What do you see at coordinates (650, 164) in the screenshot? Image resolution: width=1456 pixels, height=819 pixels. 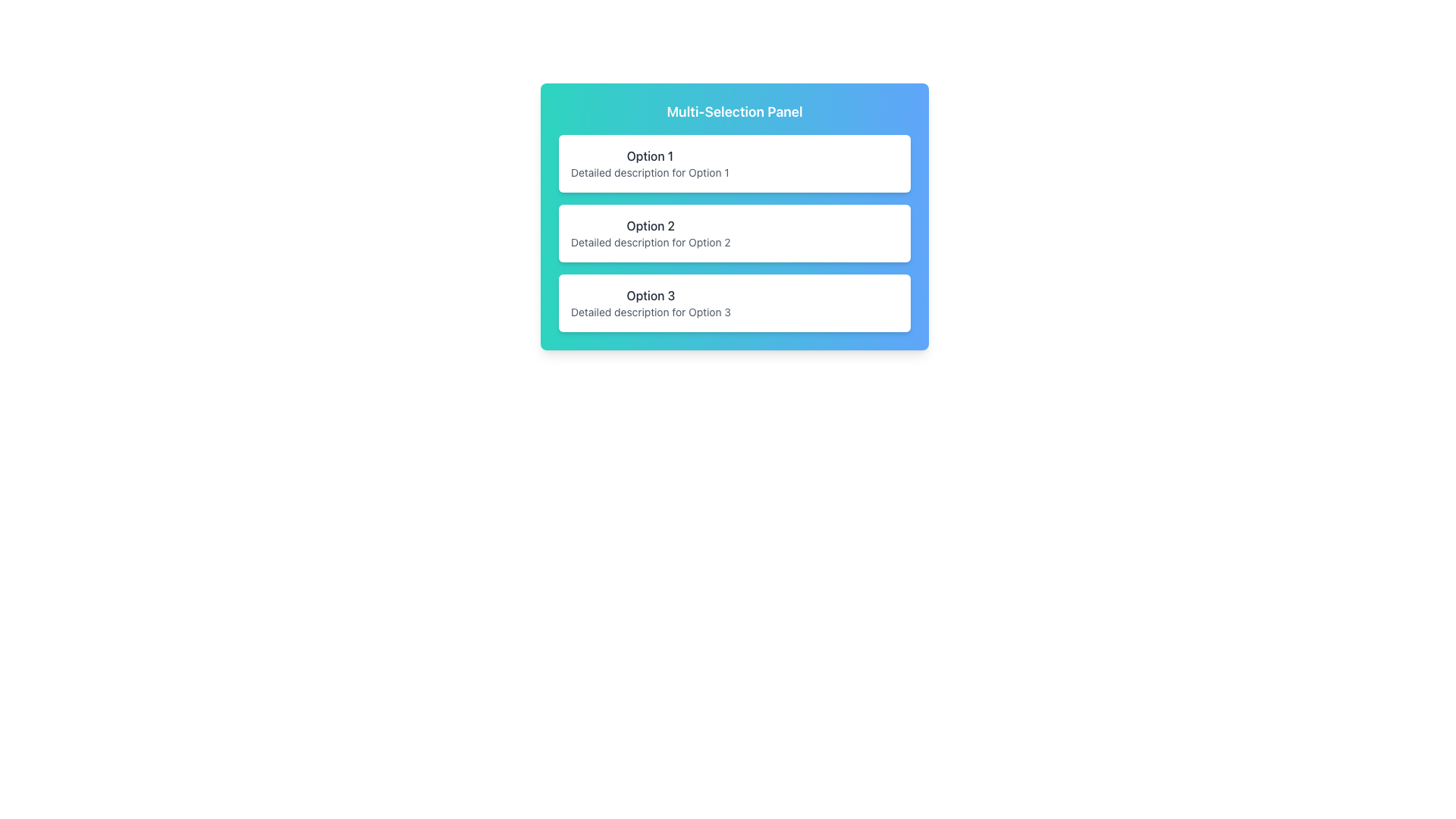 I see `the first card labeled 'Option 1' to confirm selection within the 'Multi-Selection Panel'` at bounding box center [650, 164].